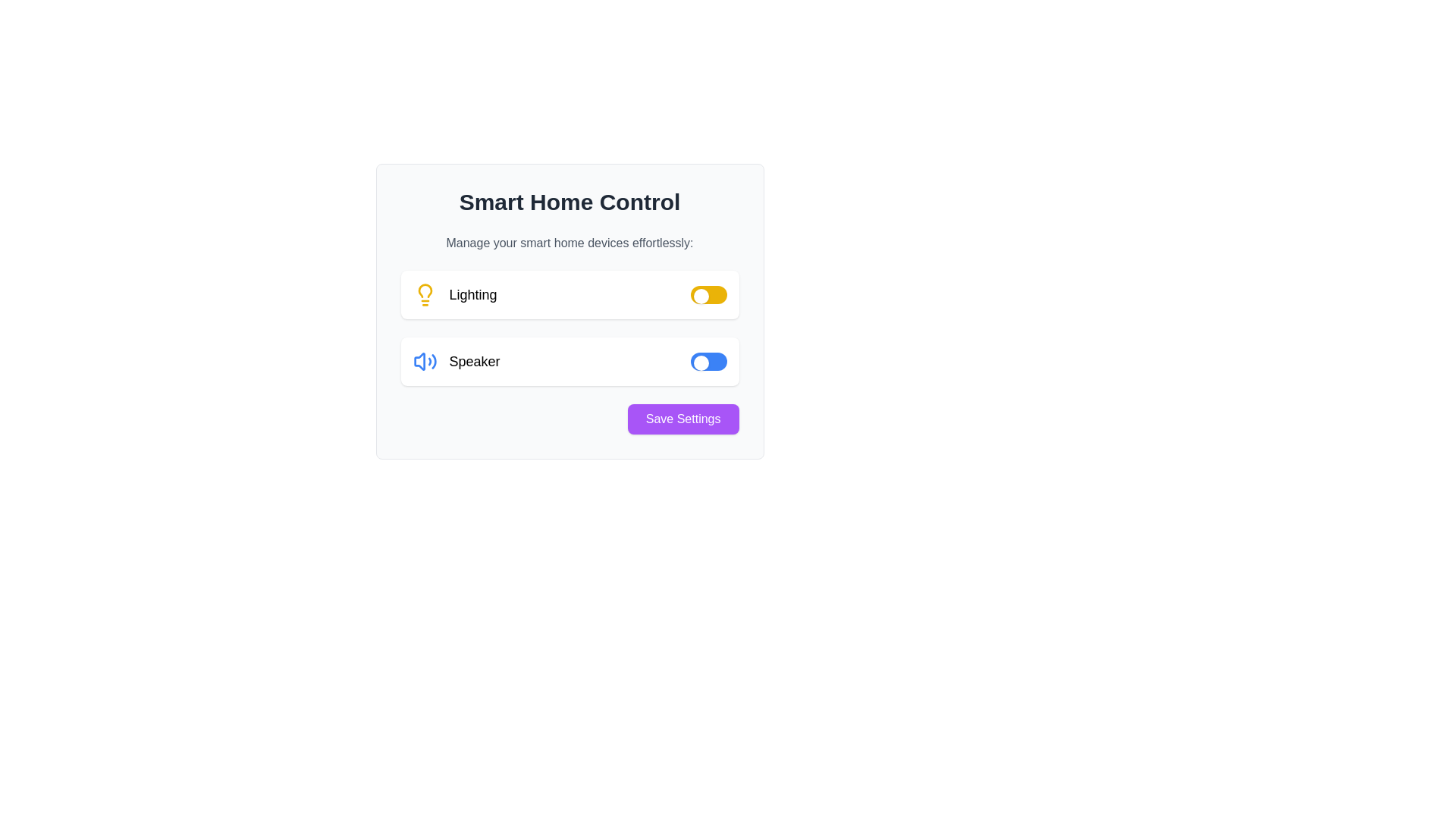  I want to click on the 'Save Settings' button, which is a prominent button with a purple background and white text, located at the bottom of the 'Smart Home Control' panel, so click(682, 419).